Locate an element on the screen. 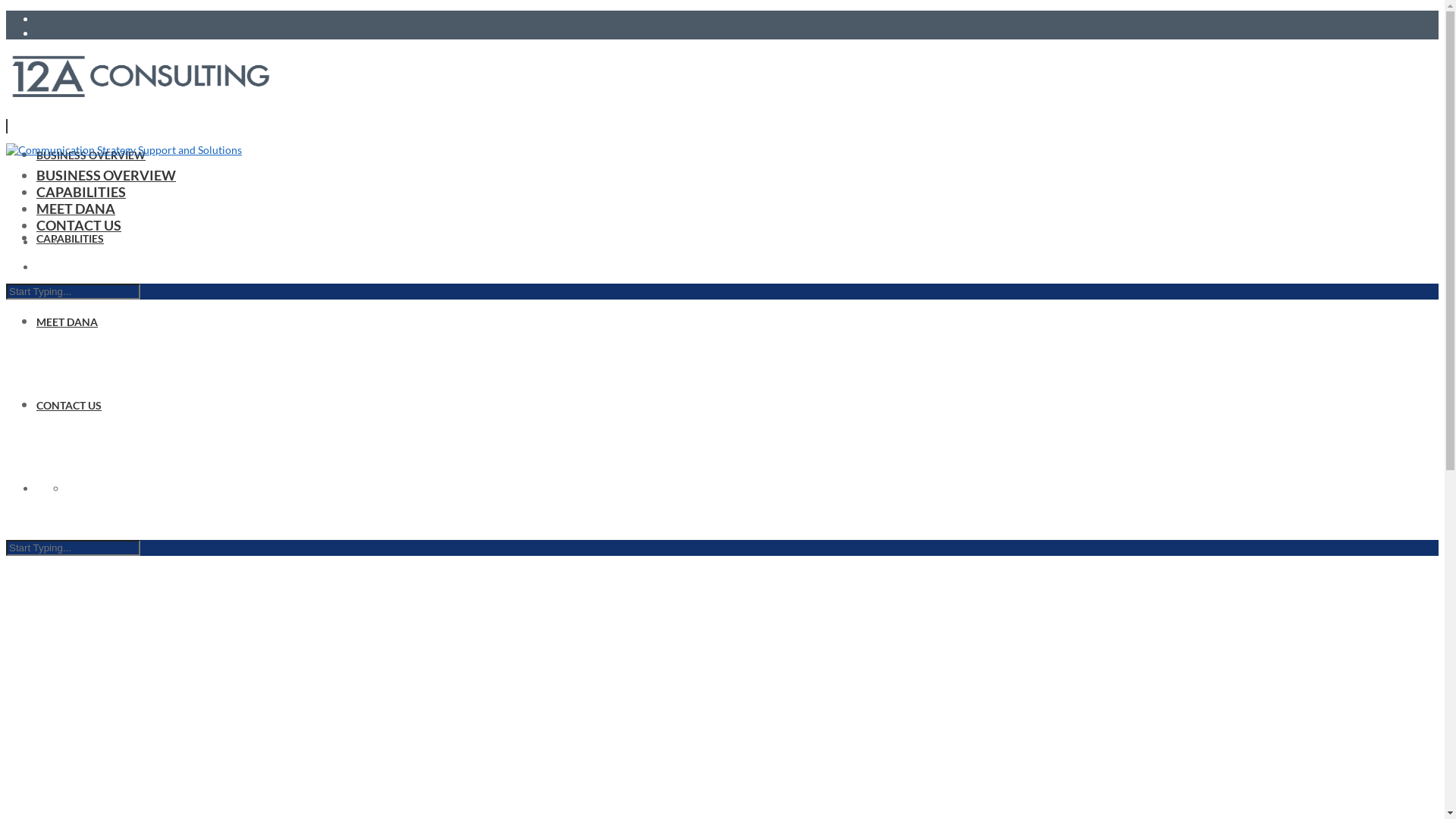 Image resolution: width=1456 pixels, height=819 pixels. 'CONTACT US' is located at coordinates (36, 225).